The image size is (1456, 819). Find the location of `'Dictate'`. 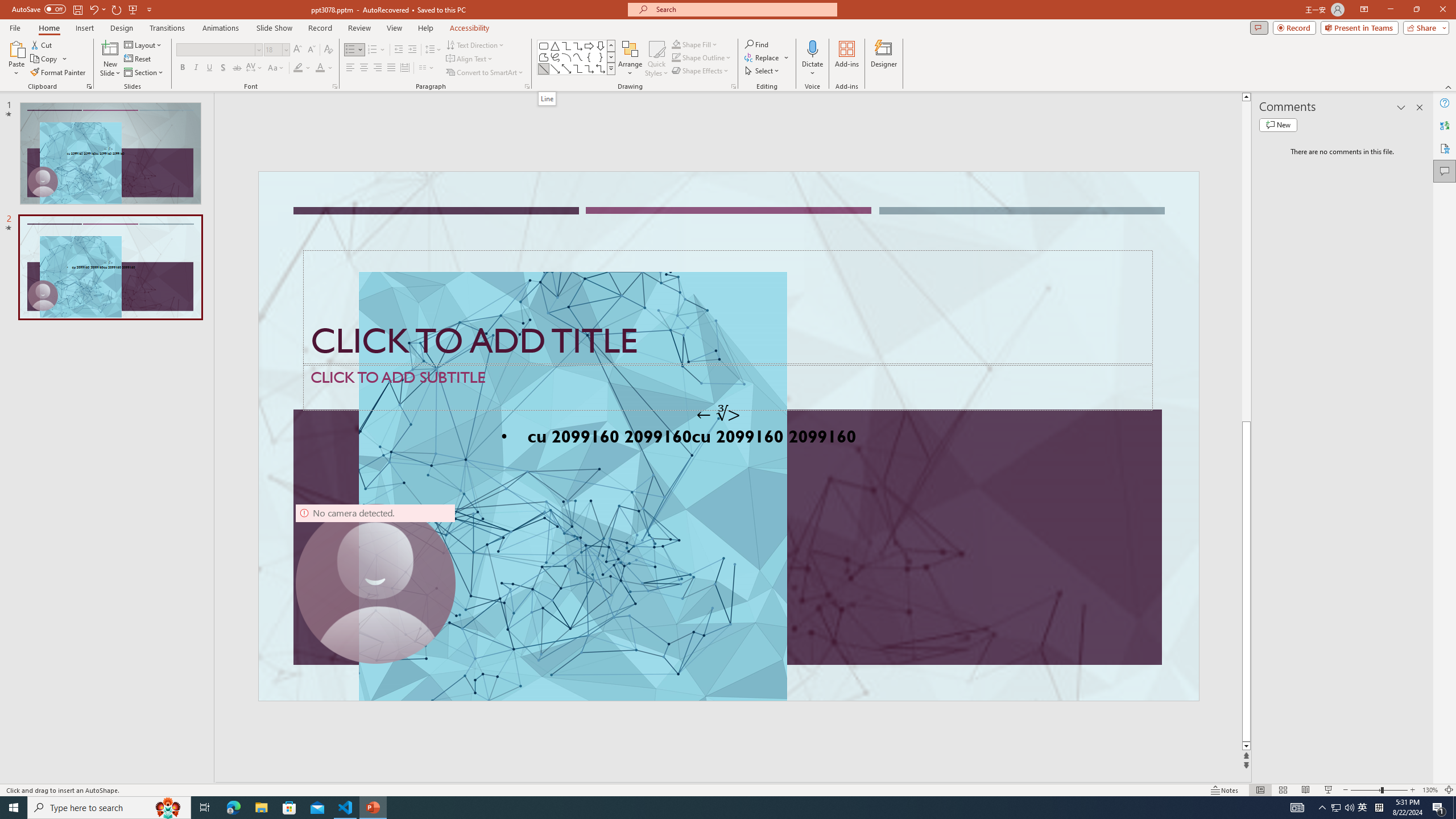

'Dictate' is located at coordinates (812, 48).